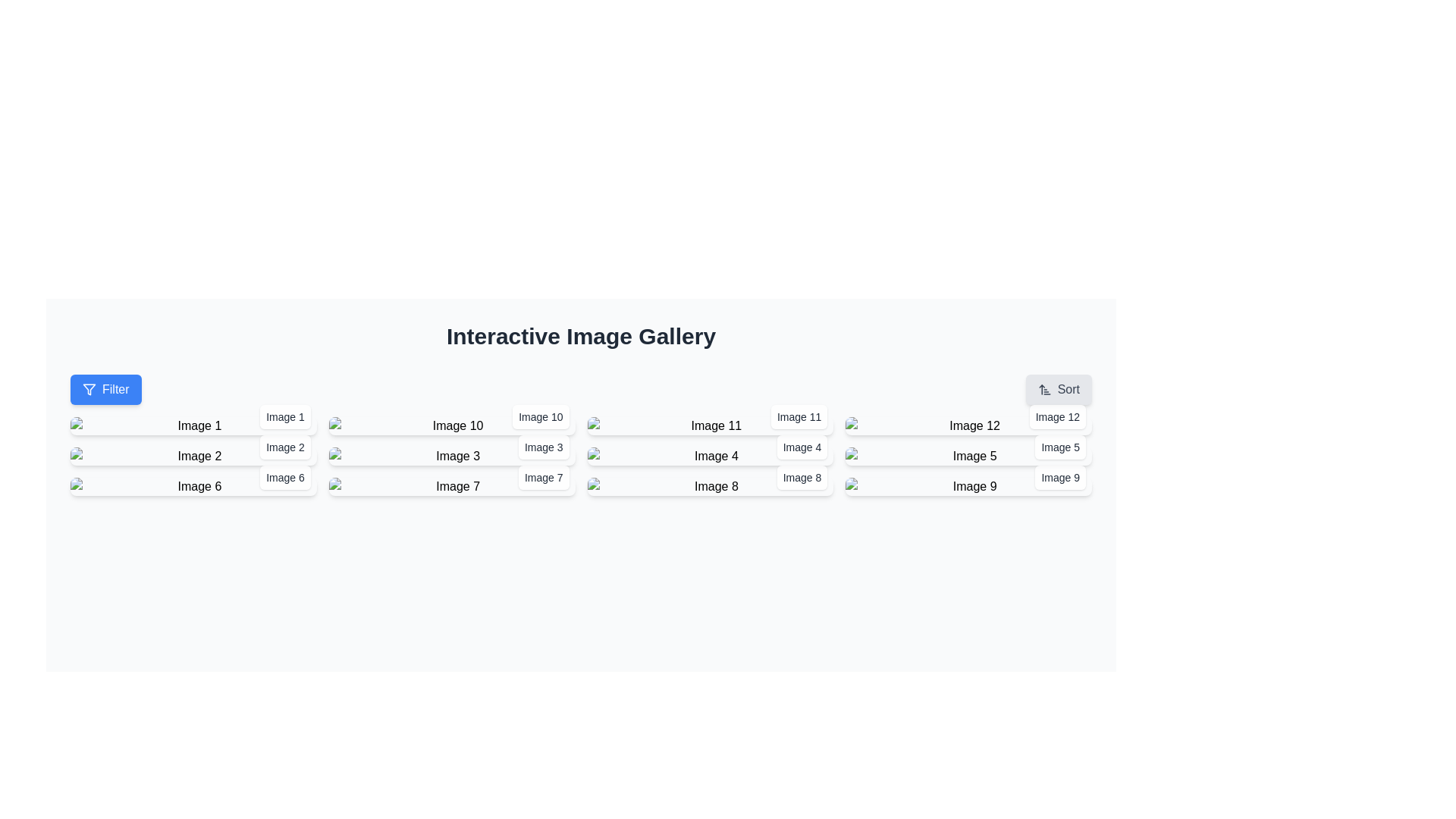  What do you see at coordinates (1059, 447) in the screenshot?
I see `the text label element reading 'Image 5', which is a small gray caption located near the bottom-right corner of the Image 5 thumbnail` at bounding box center [1059, 447].